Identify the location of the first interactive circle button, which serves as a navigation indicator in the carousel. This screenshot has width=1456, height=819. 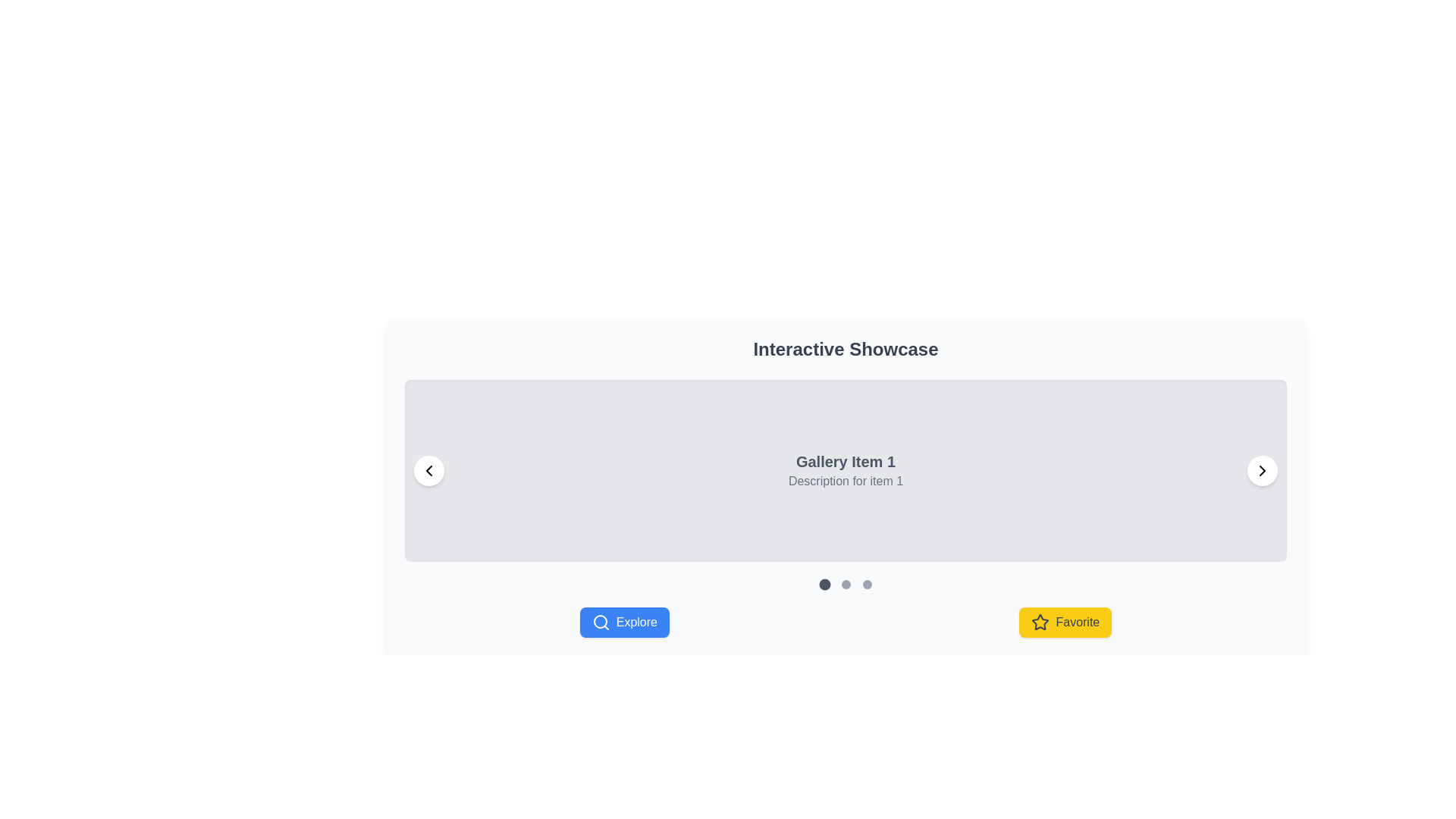
(824, 584).